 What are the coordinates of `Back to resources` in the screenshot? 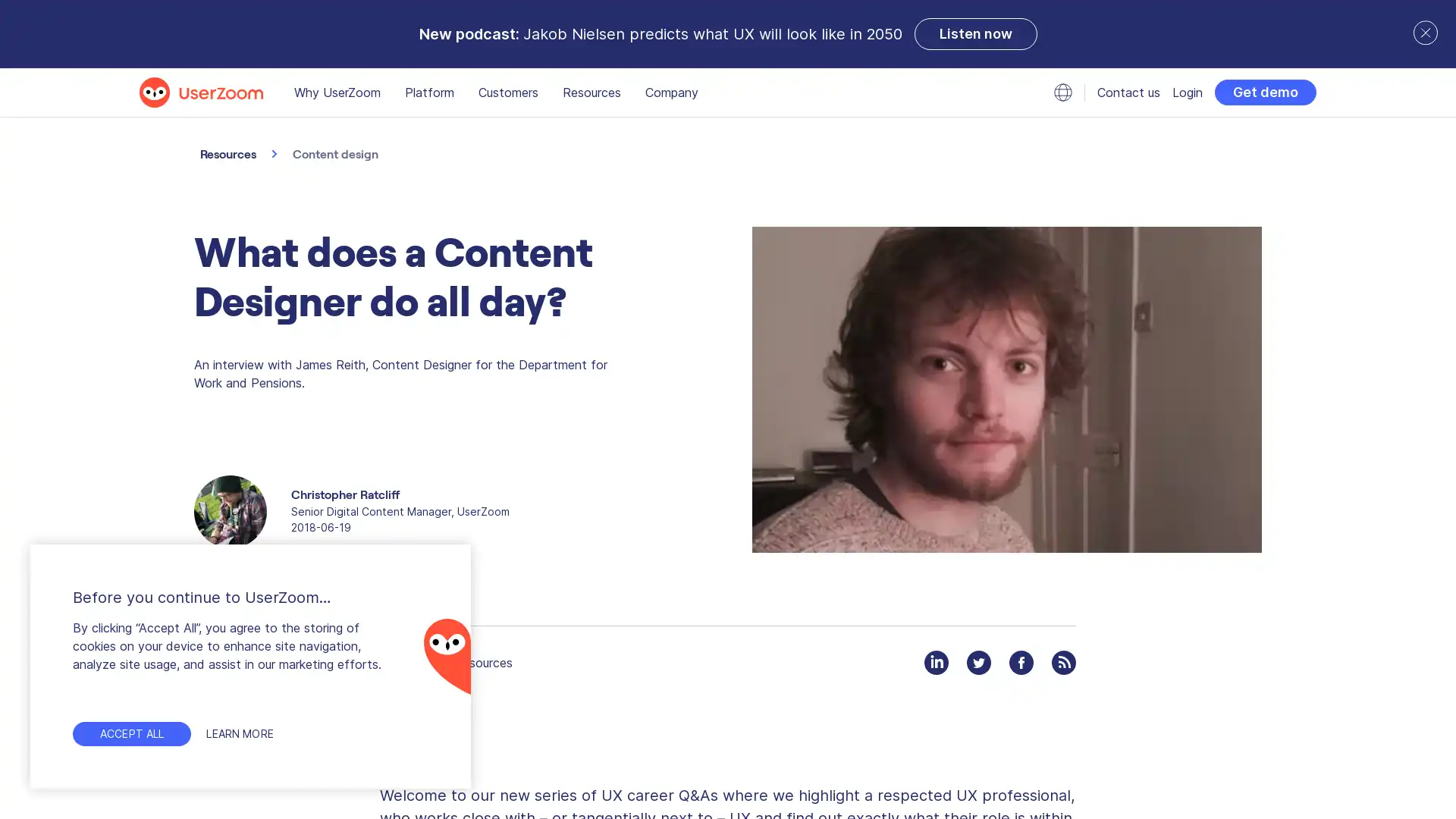 It's located at (445, 662).